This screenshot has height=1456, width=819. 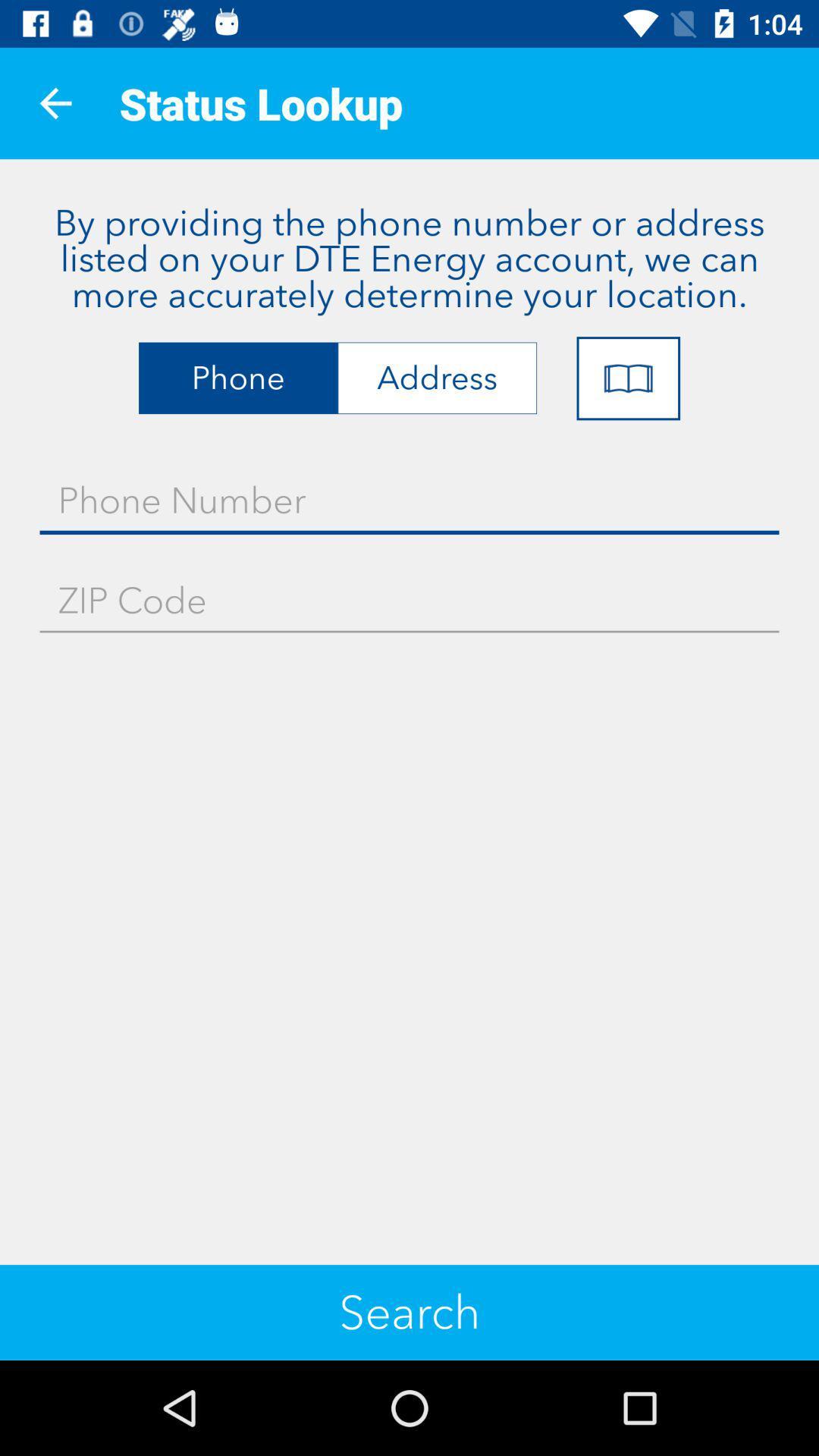 What do you see at coordinates (409, 600) in the screenshot?
I see `the item above search item` at bounding box center [409, 600].